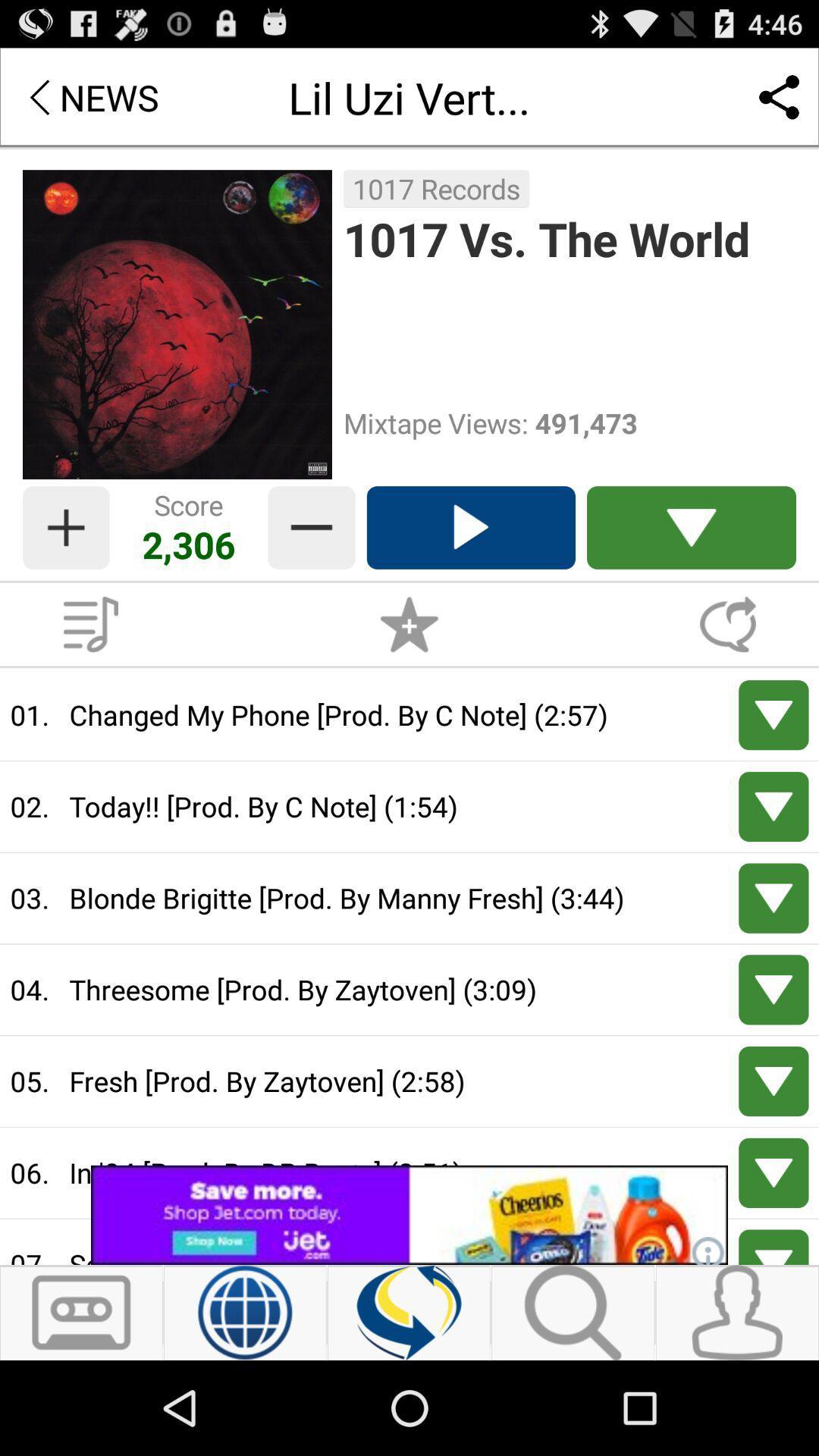 This screenshot has height=1456, width=819. Describe the element at coordinates (409, 624) in the screenshot. I see `score botton` at that location.